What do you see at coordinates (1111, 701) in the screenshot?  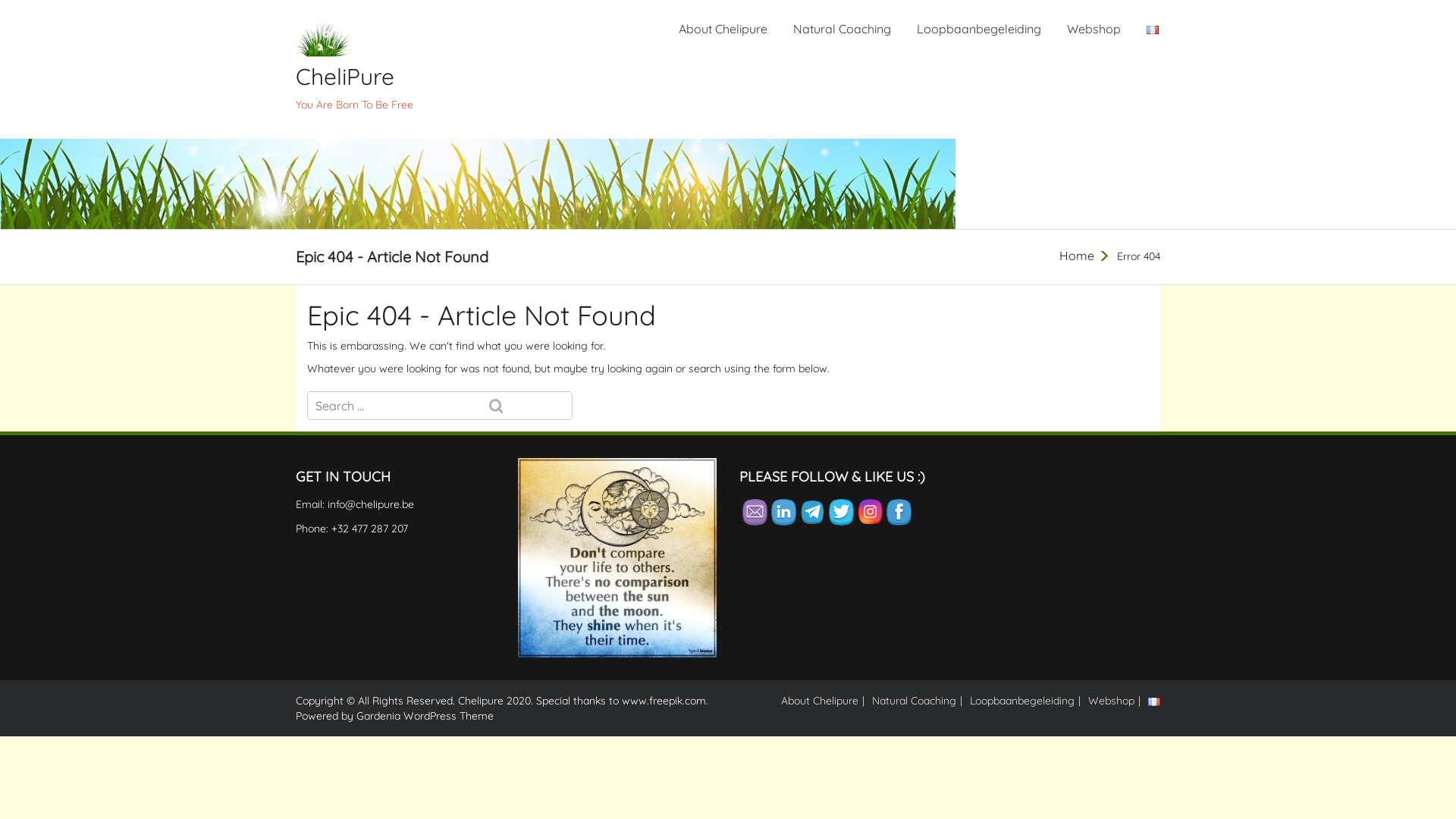 I see `'Webshop'` at bounding box center [1111, 701].